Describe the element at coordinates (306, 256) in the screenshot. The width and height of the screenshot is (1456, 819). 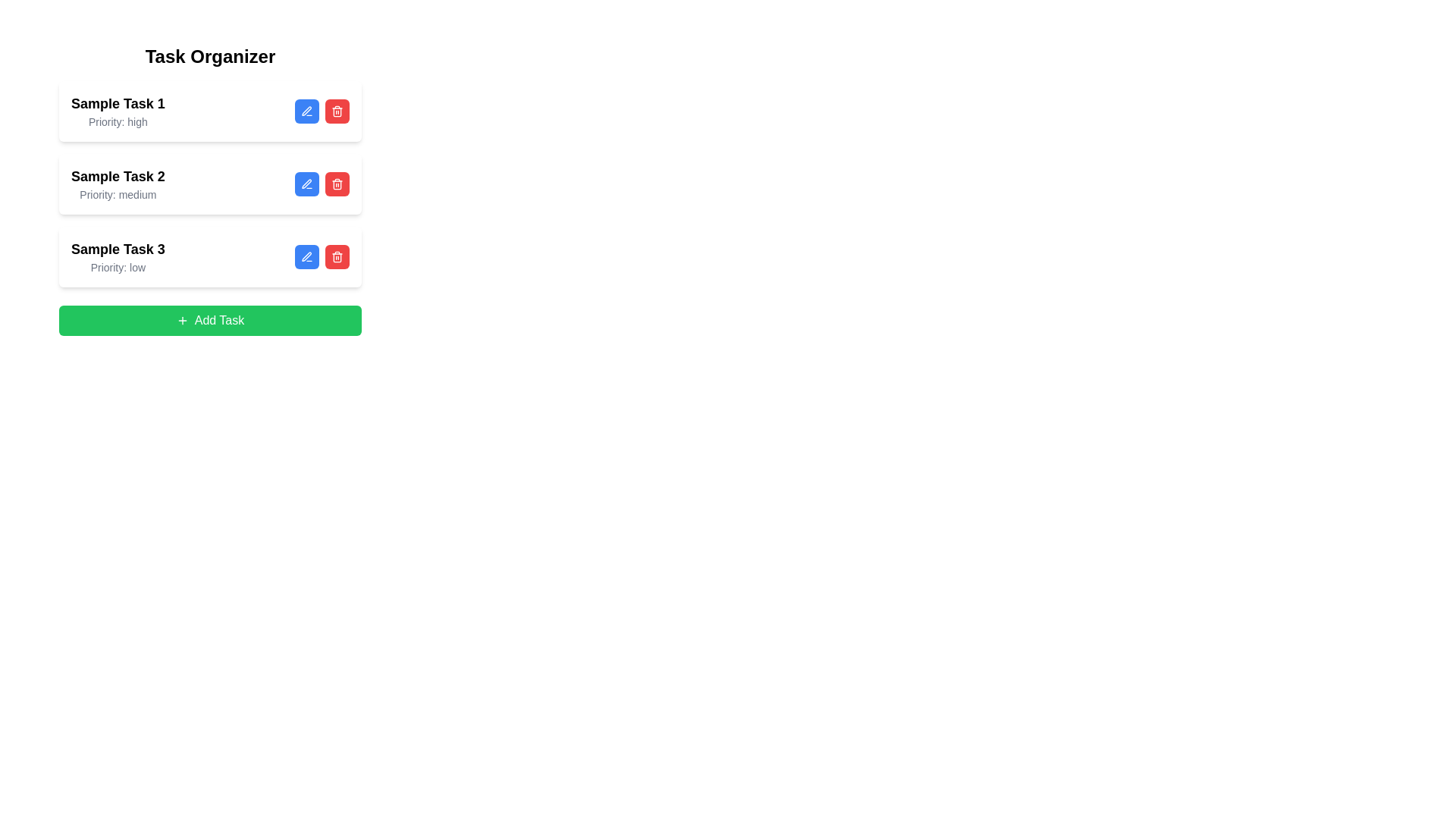
I see `the edit button to modify the details of 'Sample Task 3' located in the action section of its task card` at that location.